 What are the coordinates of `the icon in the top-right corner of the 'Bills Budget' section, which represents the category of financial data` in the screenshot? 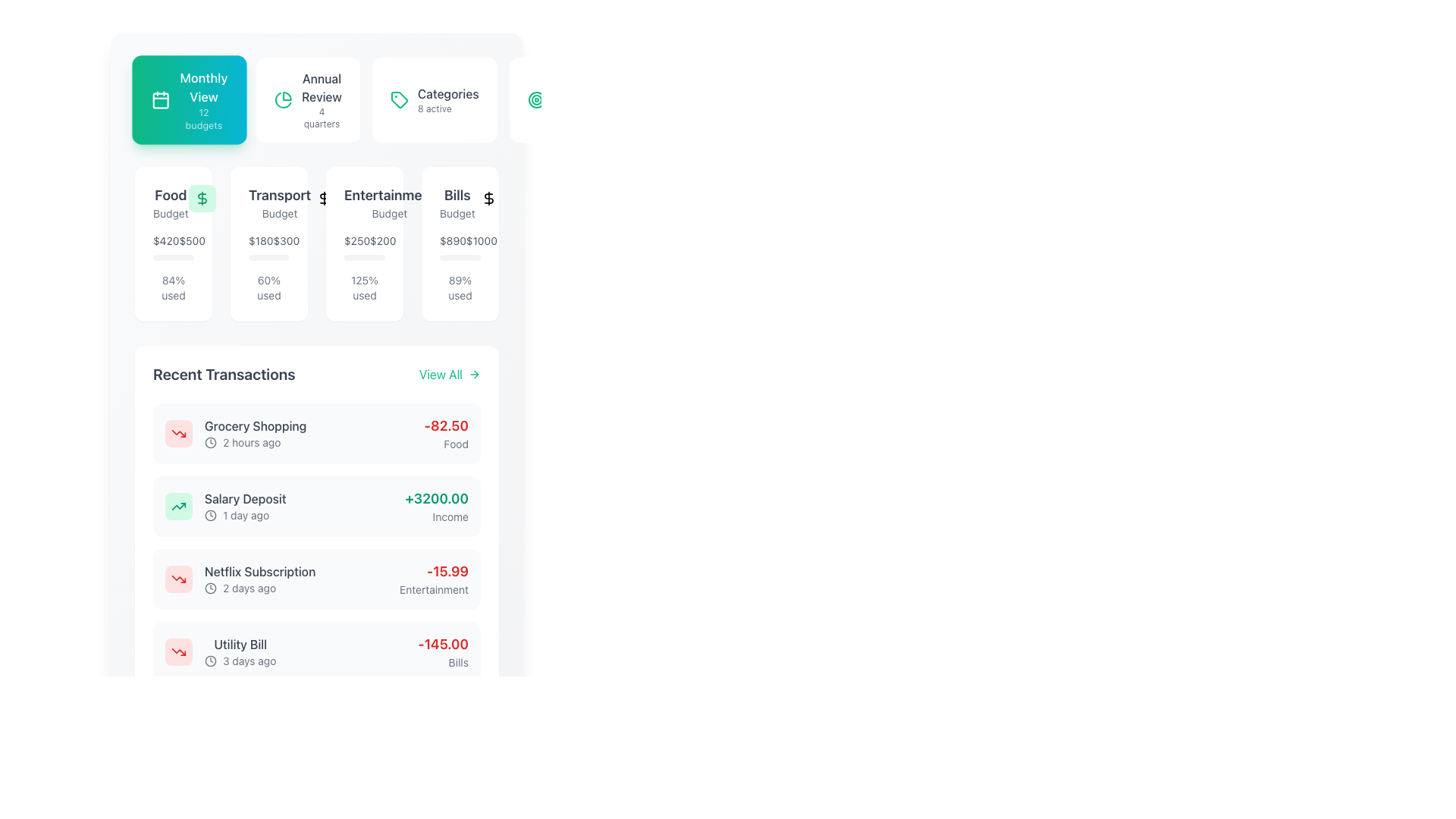 It's located at (488, 198).